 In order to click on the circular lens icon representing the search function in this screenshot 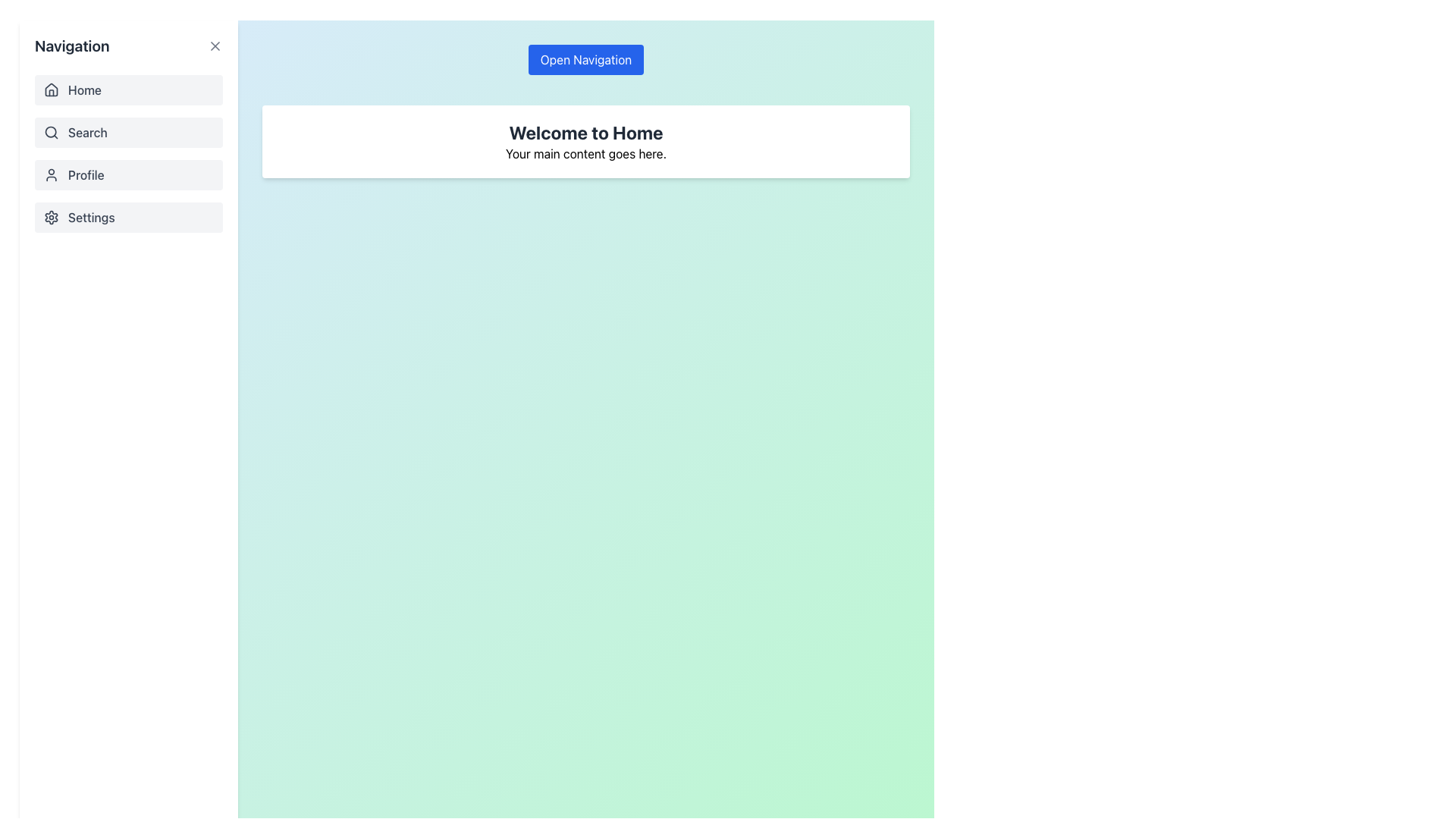, I will do `click(51, 131)`.